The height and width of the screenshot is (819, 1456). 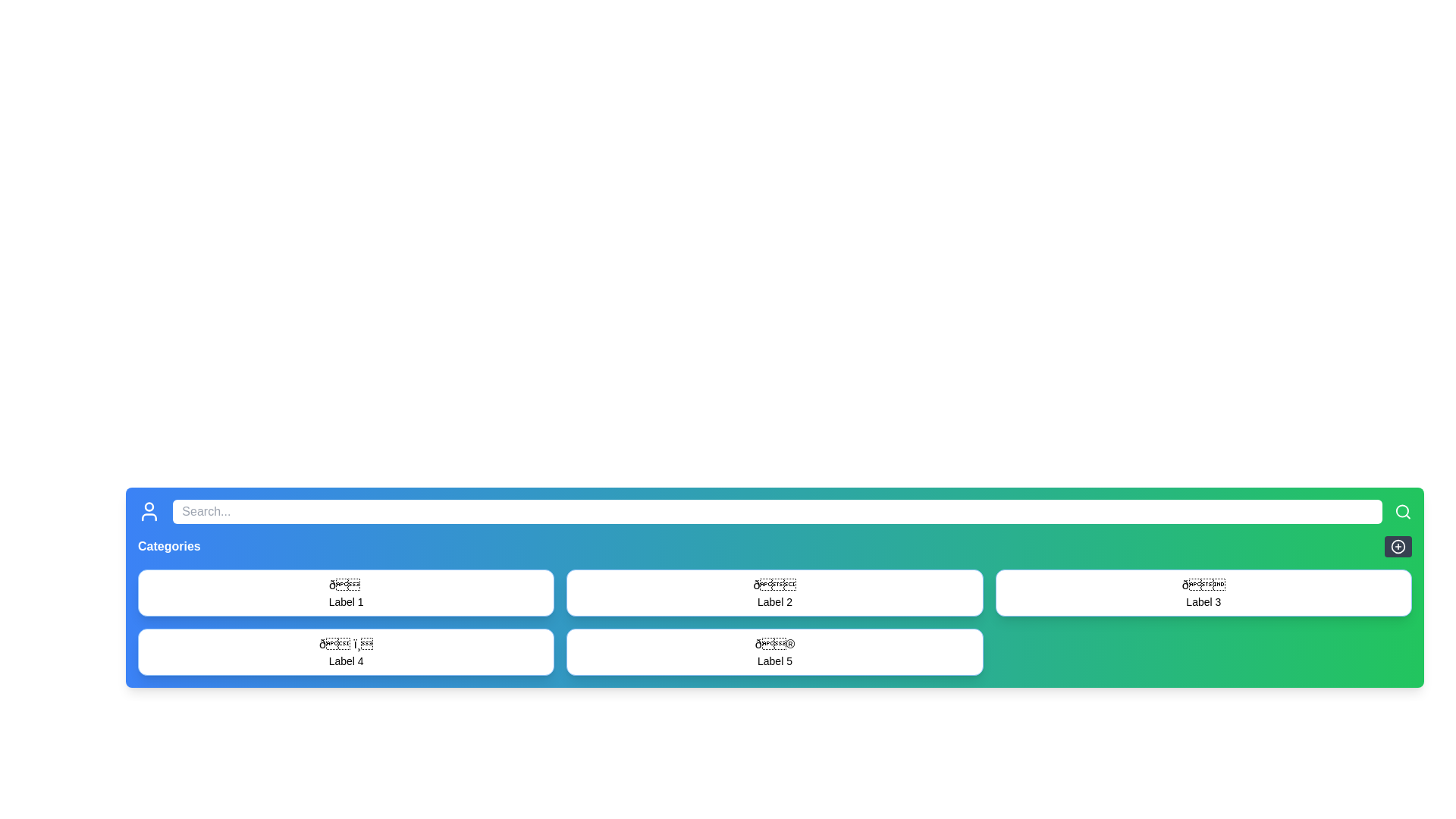 I want to click on the search icon, which is a circular magnifying glass with a white stroke on a green background, located on the top right of the horizontal bar next to the 'Search...' input field, so click(x=1402, y=512).